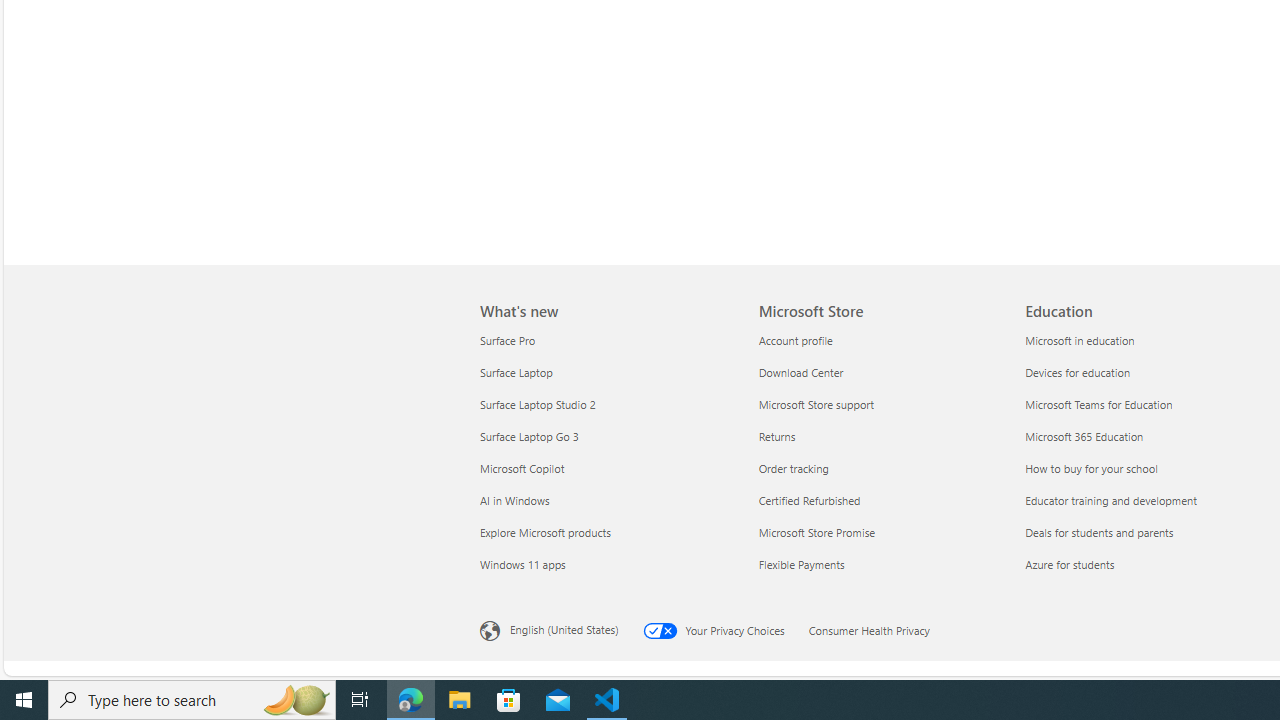 The height and width of the screenshot is (720, 1280). Describe the element at coordinates (606, 372) in the screenshot. I see `'Surface Laptop'` at that location.